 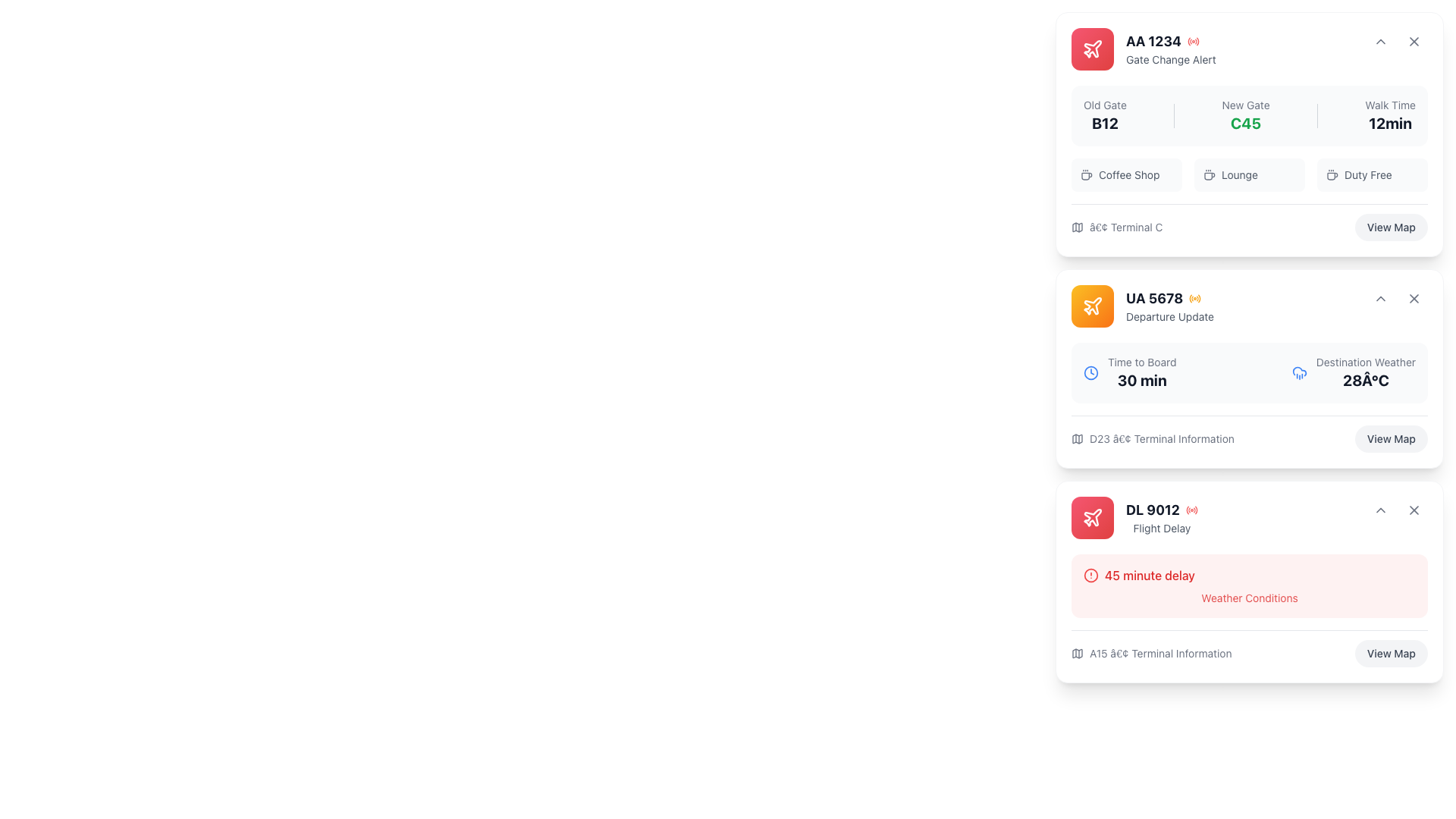 What do you see at coordinates (1414, 298) in the screenshot?
I see `the circular button with an 'X' icon to trigger the hover effect` at bounding box center [1414, 298].